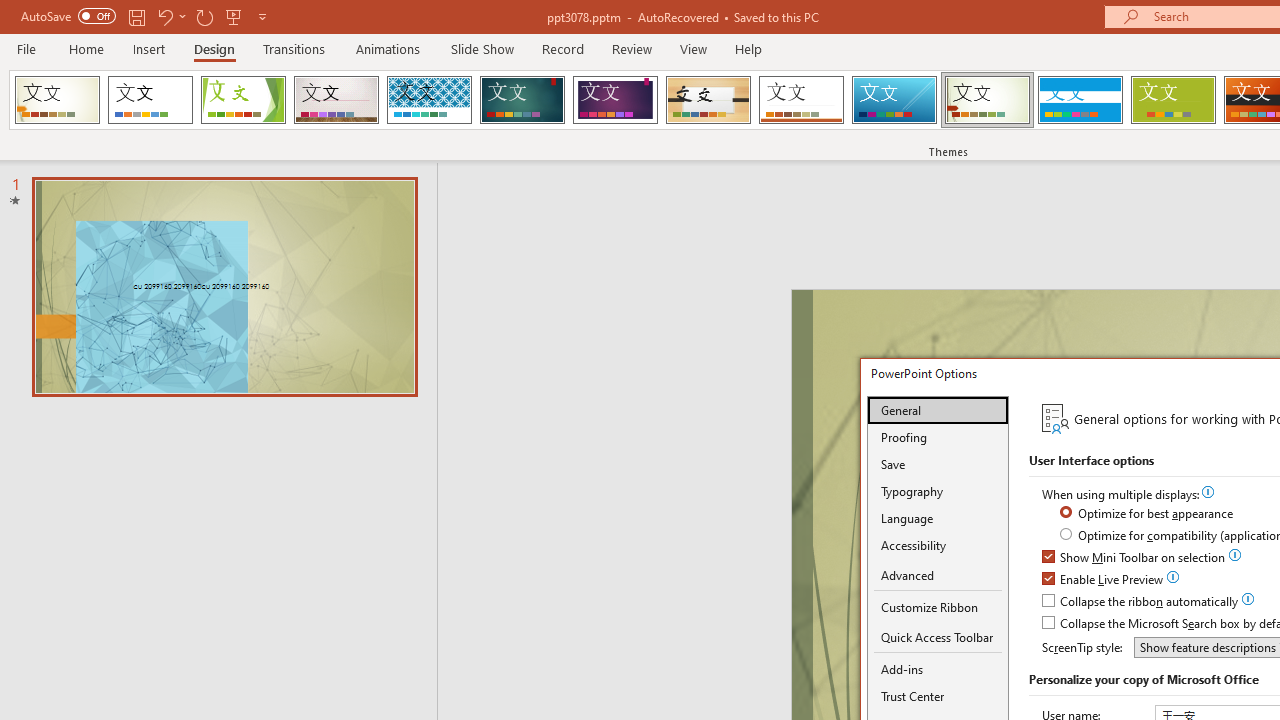 The height and width of the screenshot is (720, 1280). I want to click on 'Customize Ribbon', so click(937, 606).